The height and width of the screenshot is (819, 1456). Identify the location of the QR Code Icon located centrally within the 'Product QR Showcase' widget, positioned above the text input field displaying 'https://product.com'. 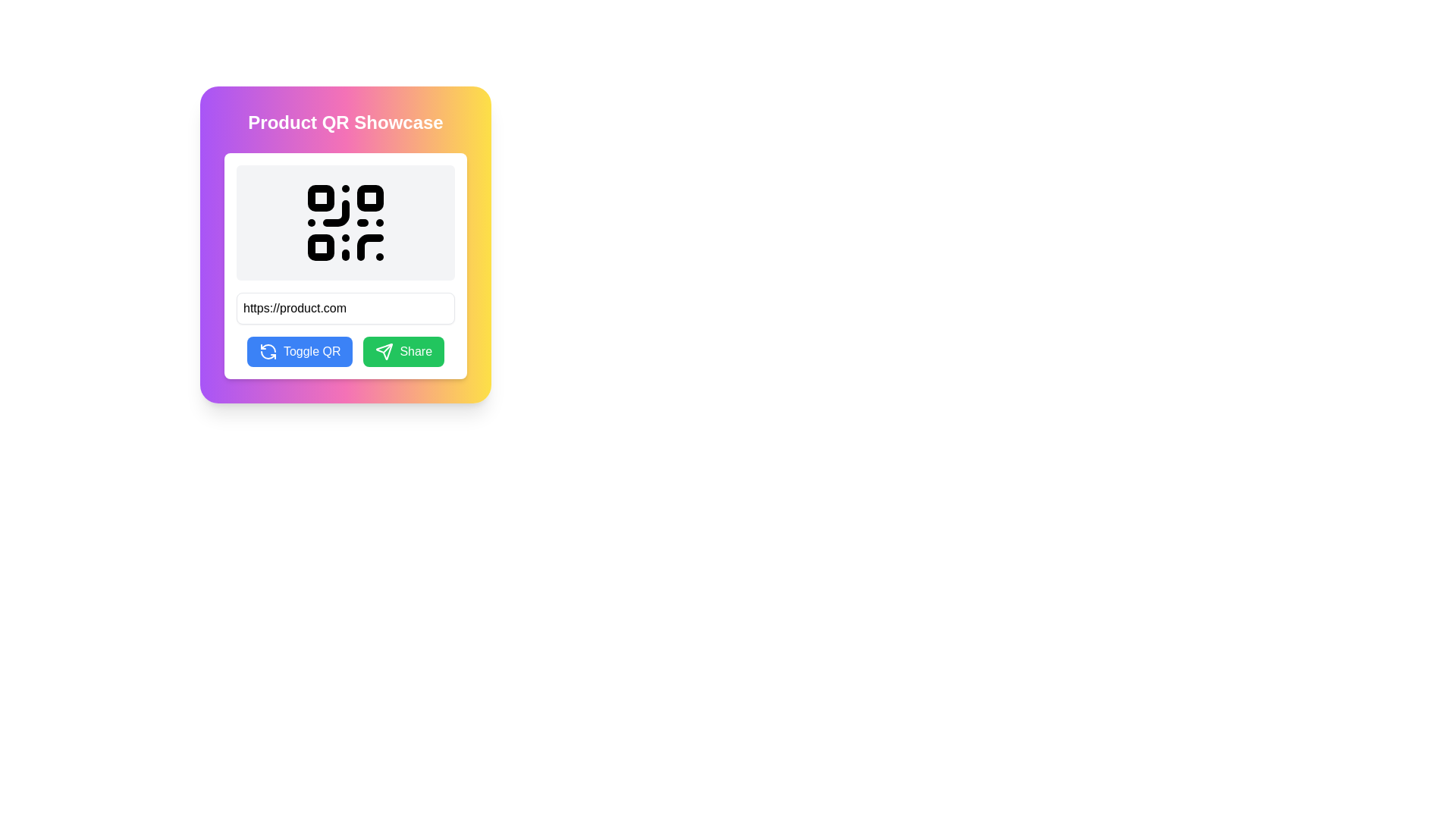
(345, 222).